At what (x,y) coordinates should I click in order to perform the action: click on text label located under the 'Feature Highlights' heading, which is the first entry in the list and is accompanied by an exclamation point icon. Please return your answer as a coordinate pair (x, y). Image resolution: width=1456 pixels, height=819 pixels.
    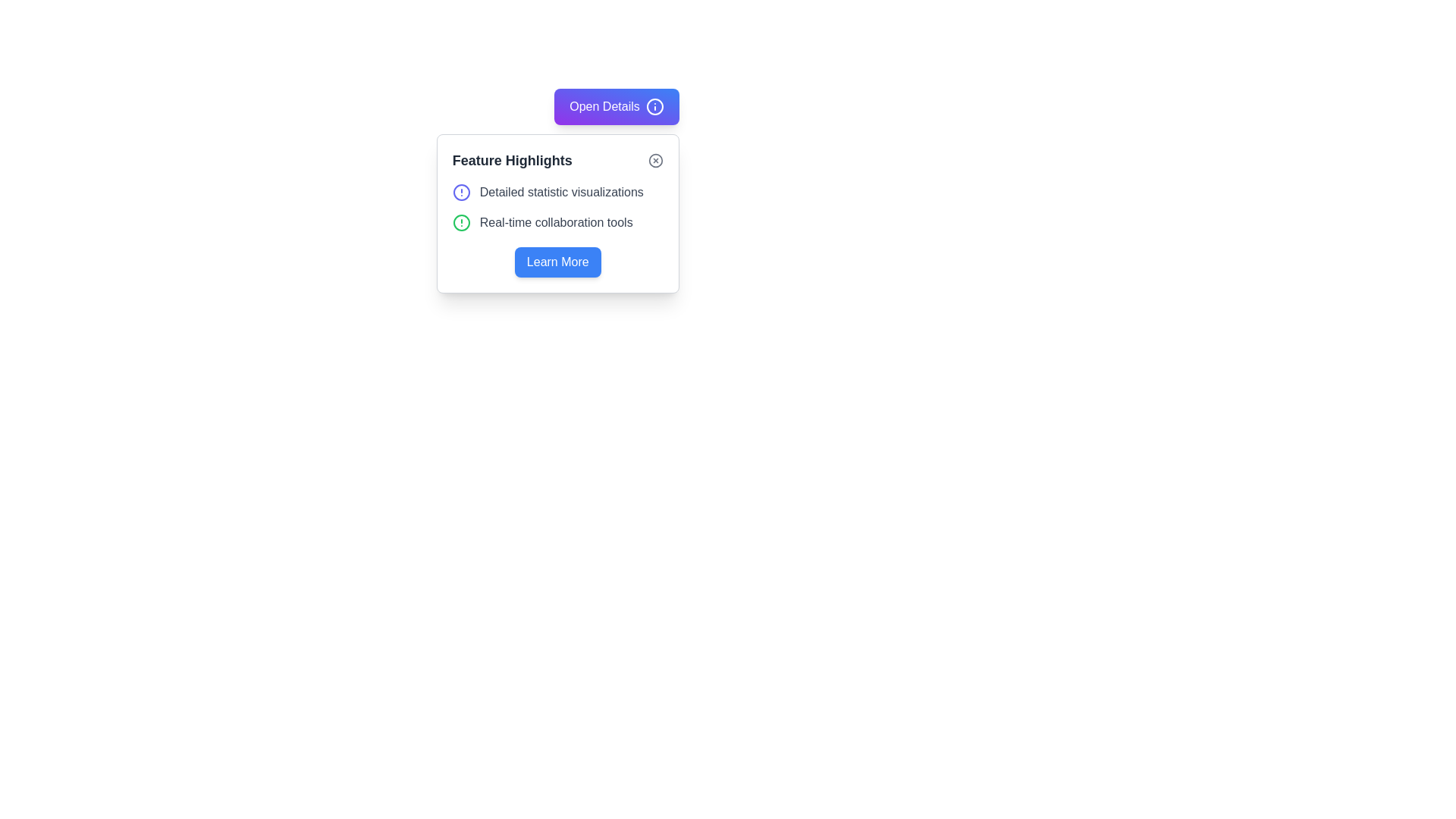
    Looking at the image, I should click on (560, 192).